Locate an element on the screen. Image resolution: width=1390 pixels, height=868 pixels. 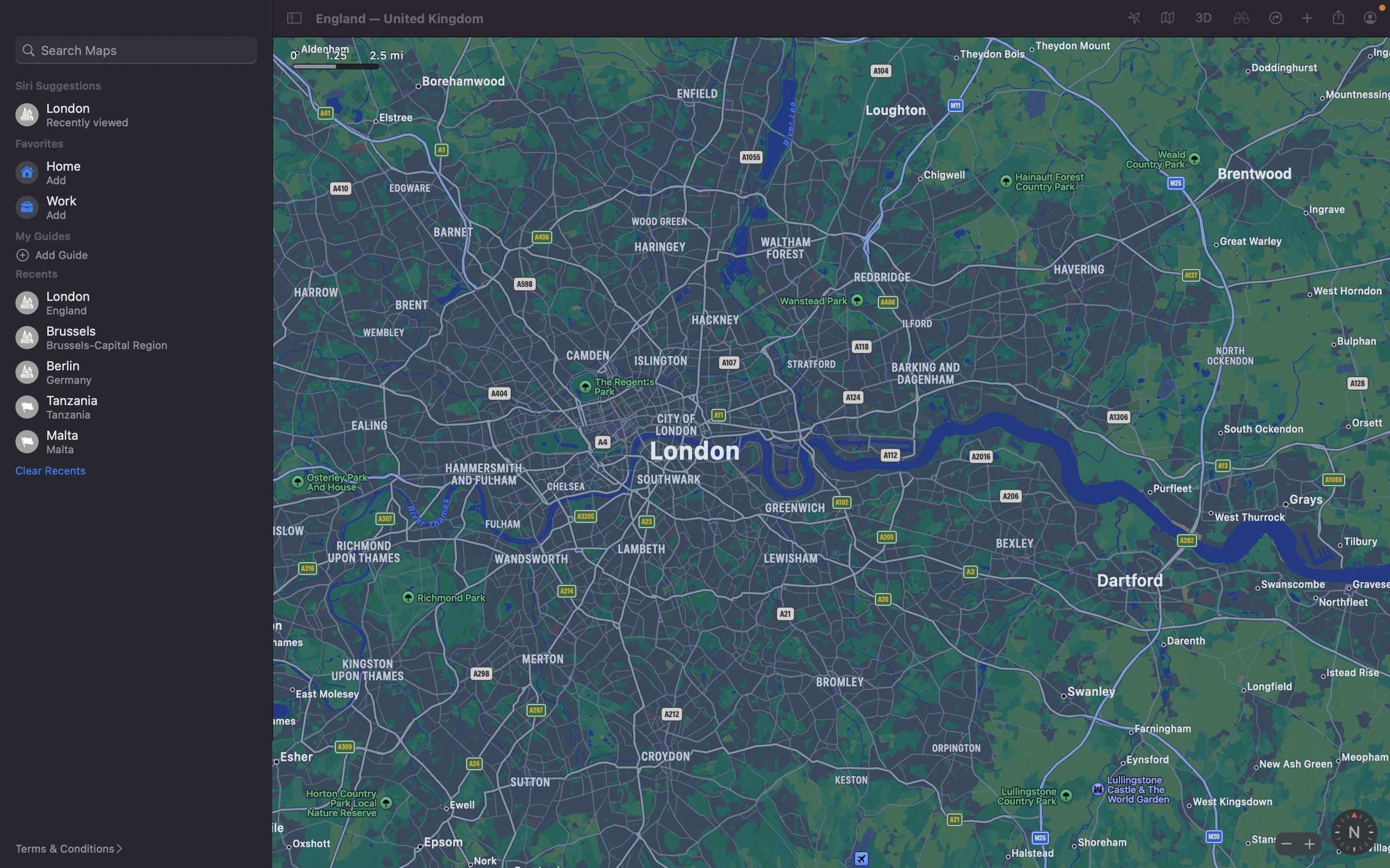
the map"s display mode to satellite is located at coordinates (1165, 18).